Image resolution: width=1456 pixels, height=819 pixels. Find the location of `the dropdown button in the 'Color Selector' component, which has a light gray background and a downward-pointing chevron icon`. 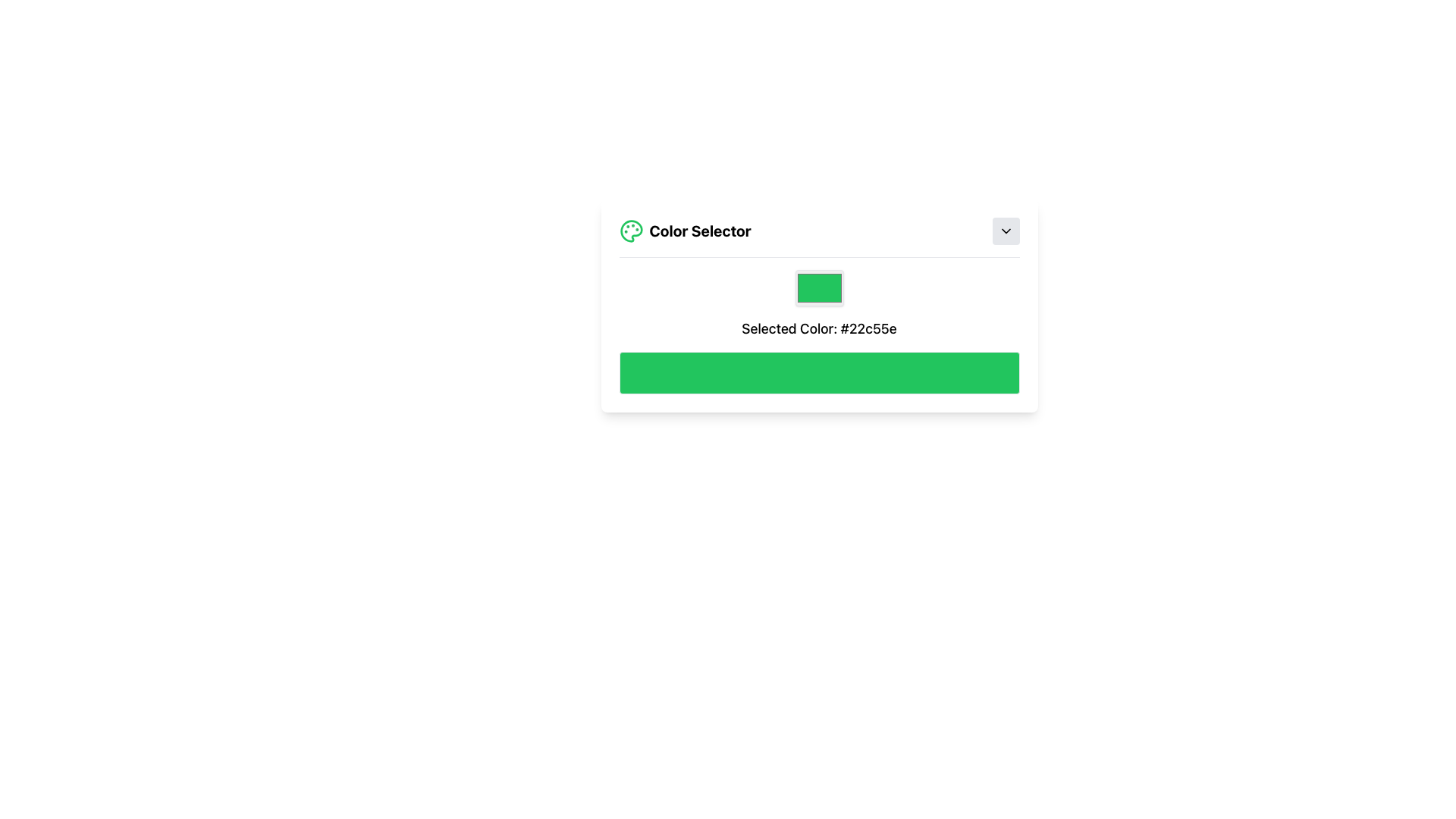

the dropdown button in the 'Color Selector' component, which has a light gray background and a downward-pointing chevron icon is located at coordinates (1006, 231).